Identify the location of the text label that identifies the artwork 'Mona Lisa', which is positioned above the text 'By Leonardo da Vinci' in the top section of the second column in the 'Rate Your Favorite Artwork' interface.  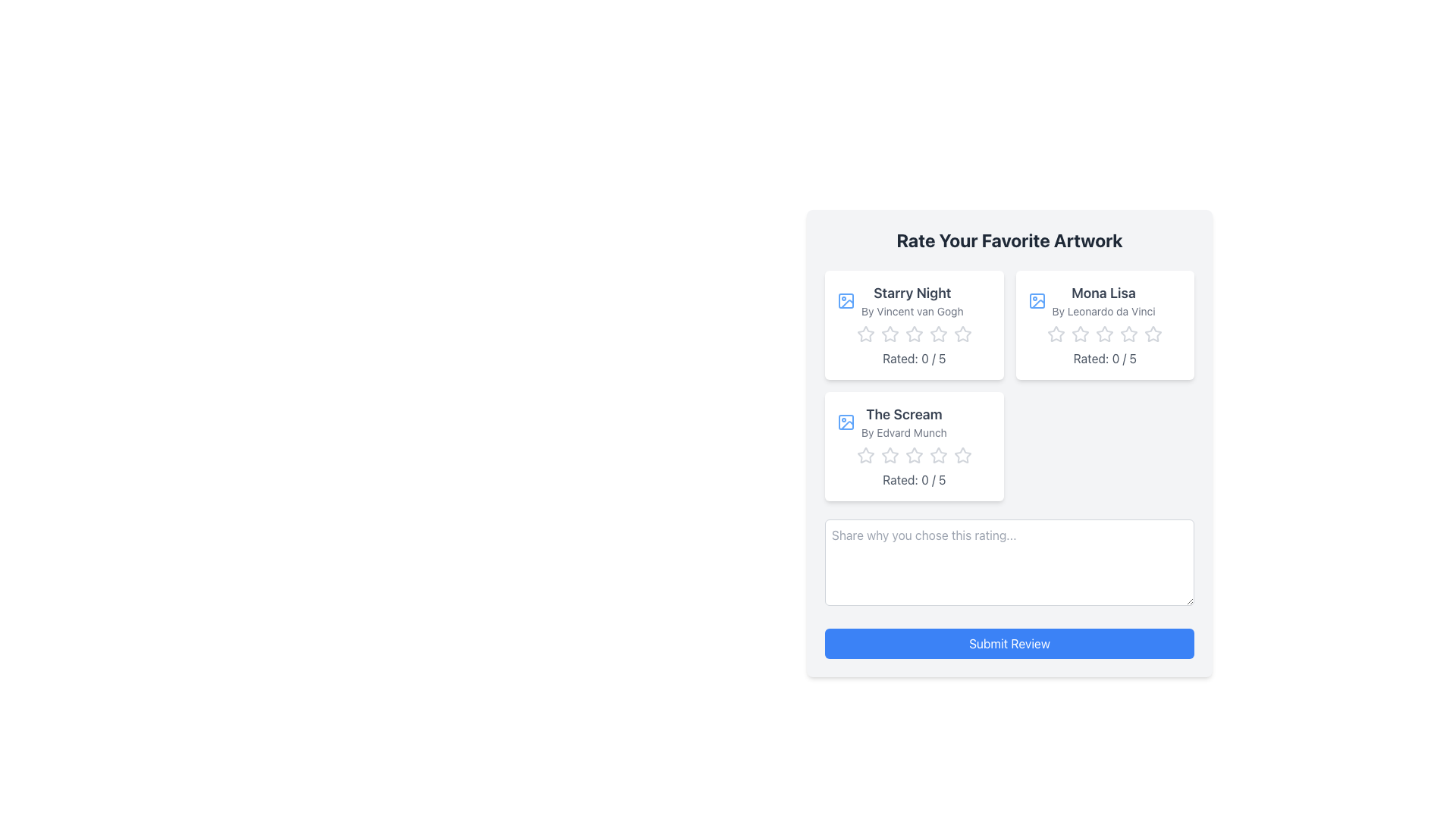
(1103, 293).